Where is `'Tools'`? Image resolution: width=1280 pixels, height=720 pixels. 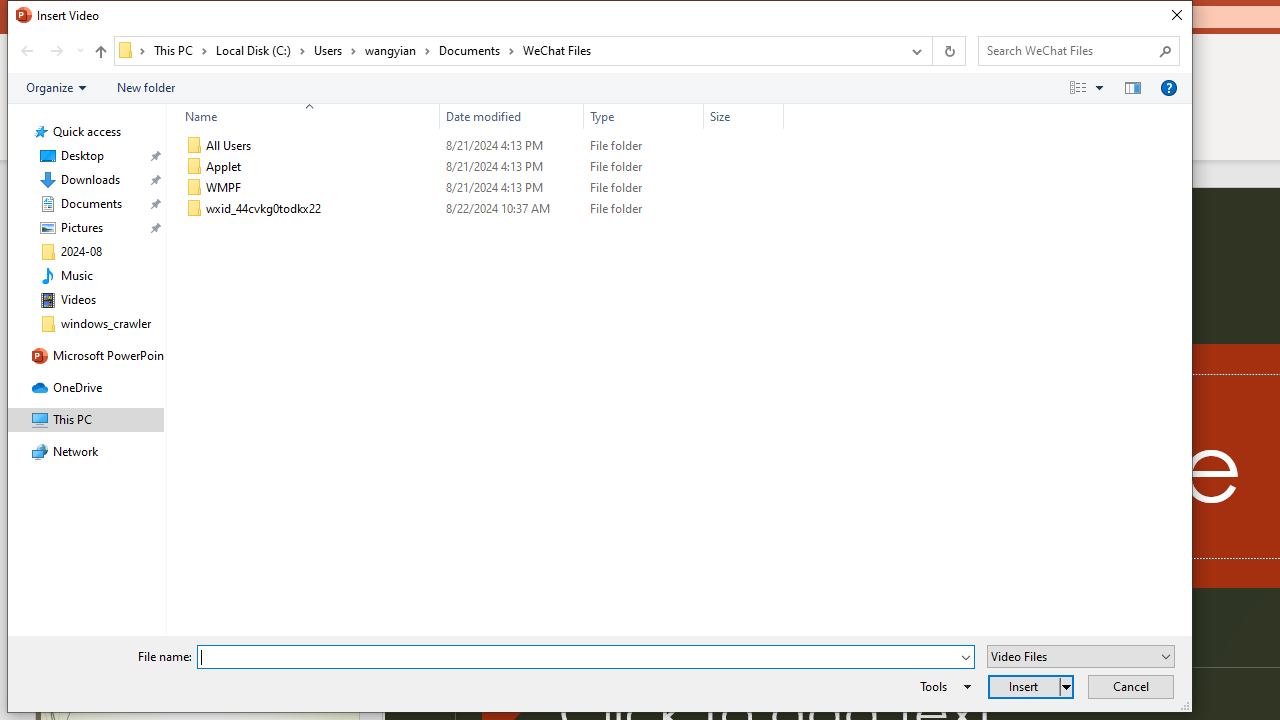 'Tools' is located at coordinates (941, 685).